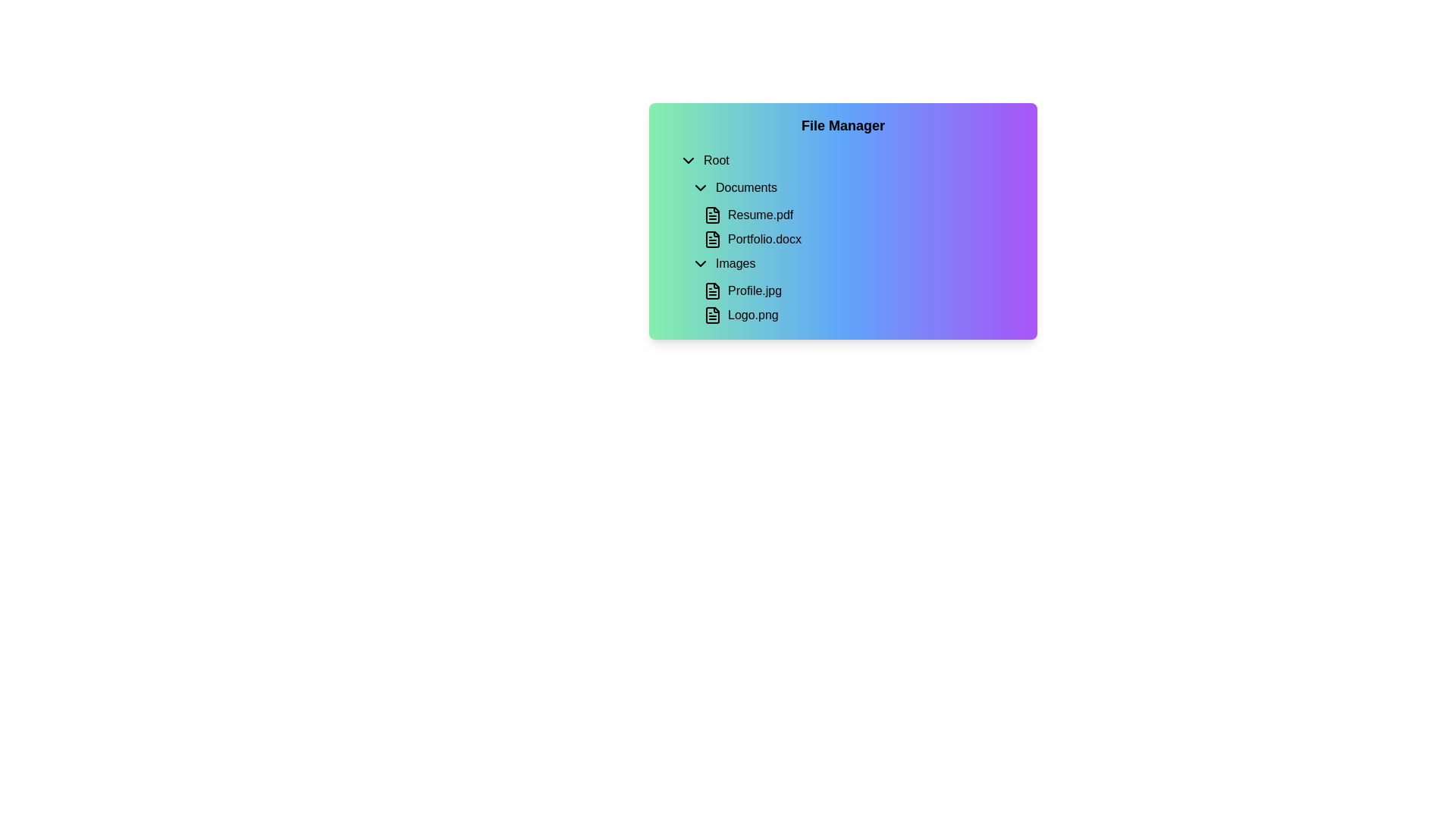 This screenshot has width=1456, height=819. Describe the element at coordinates (861, 315) in the screenshot. I see `the button labeled 'Logo.png'` at that location.